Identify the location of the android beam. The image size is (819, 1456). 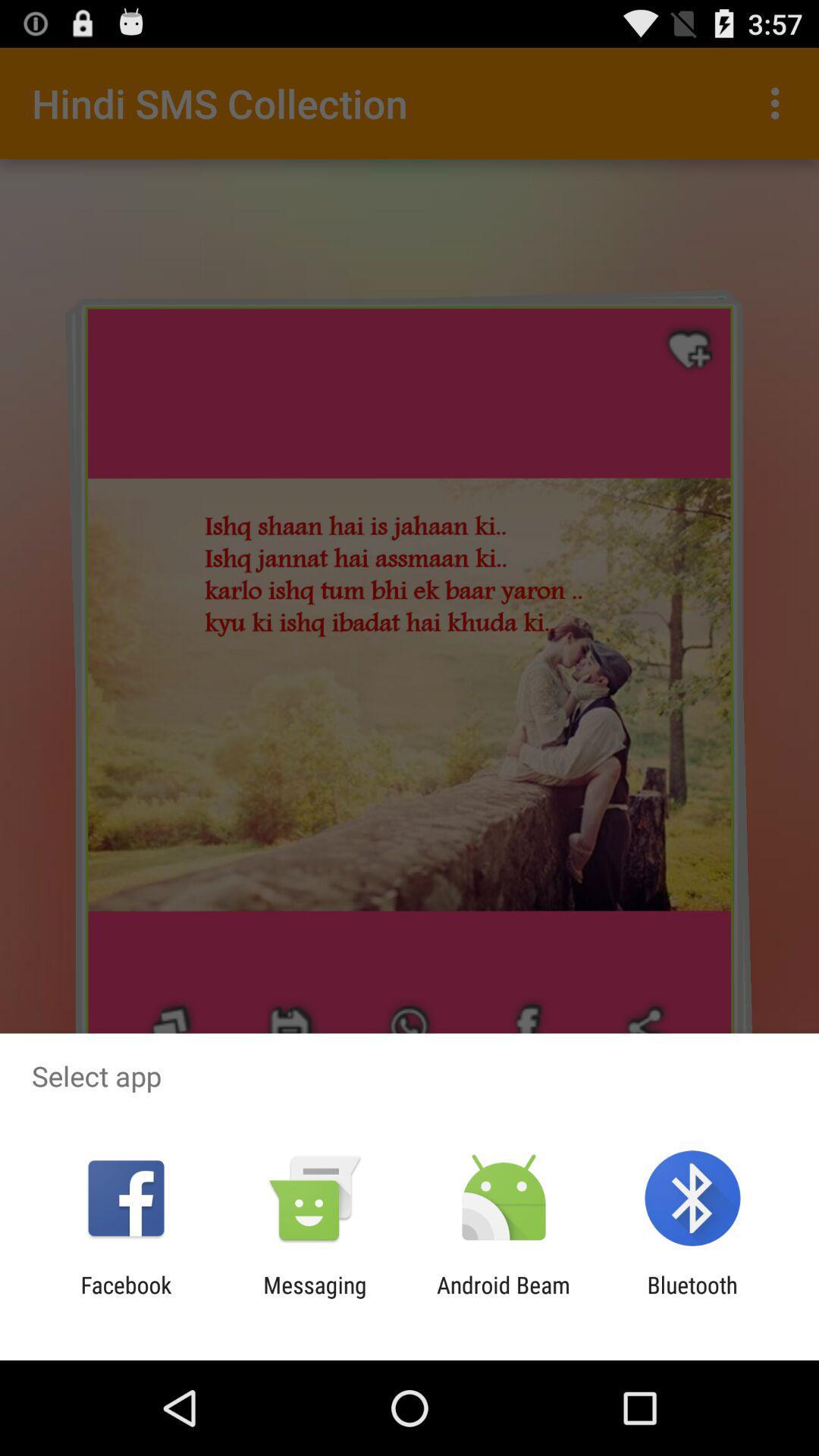
(504, 1298).